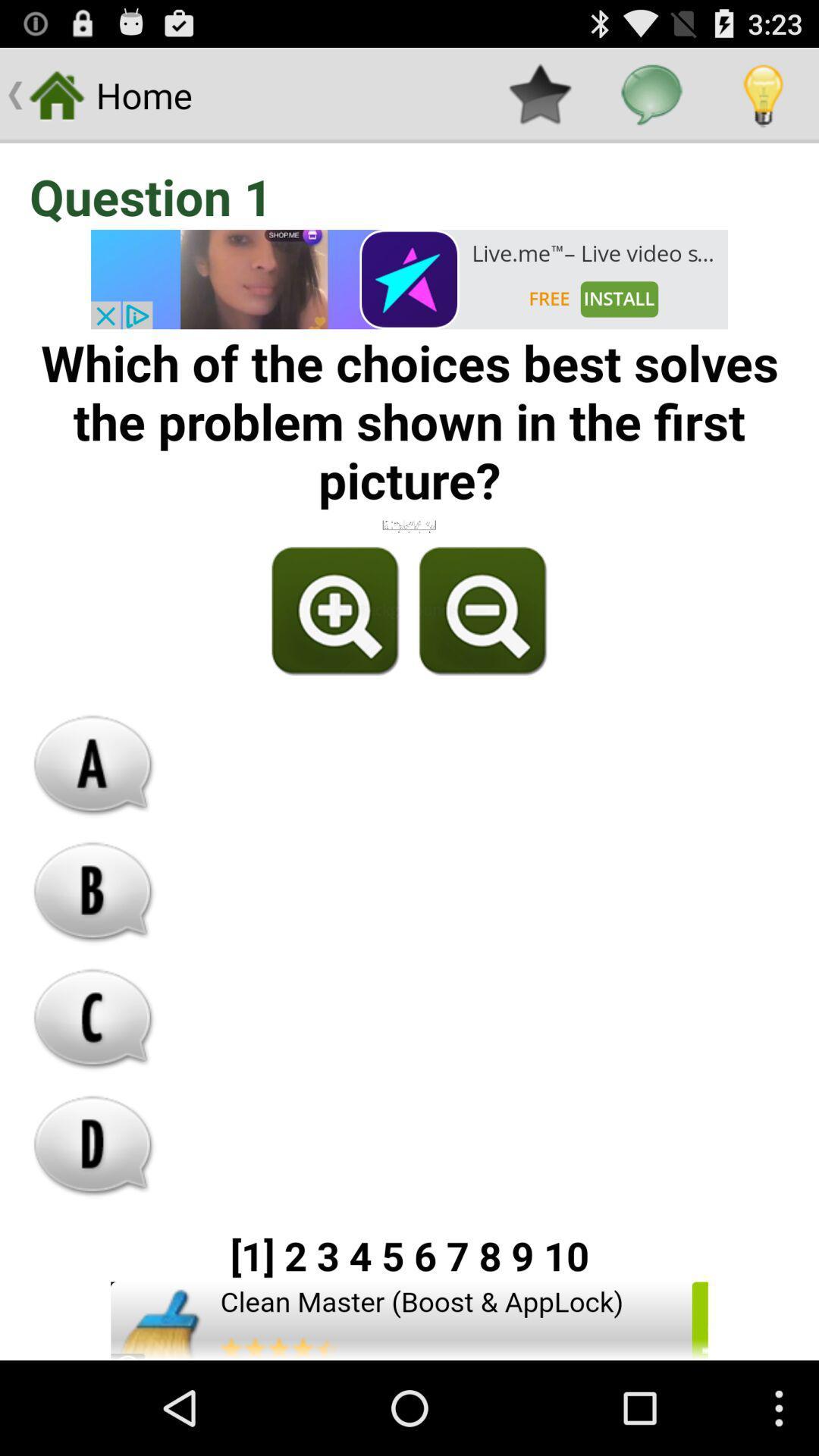  What do you see at coordinates (93, 1090) in the screenshot?
I see `the call icon` at bounding box center [93, 1090].